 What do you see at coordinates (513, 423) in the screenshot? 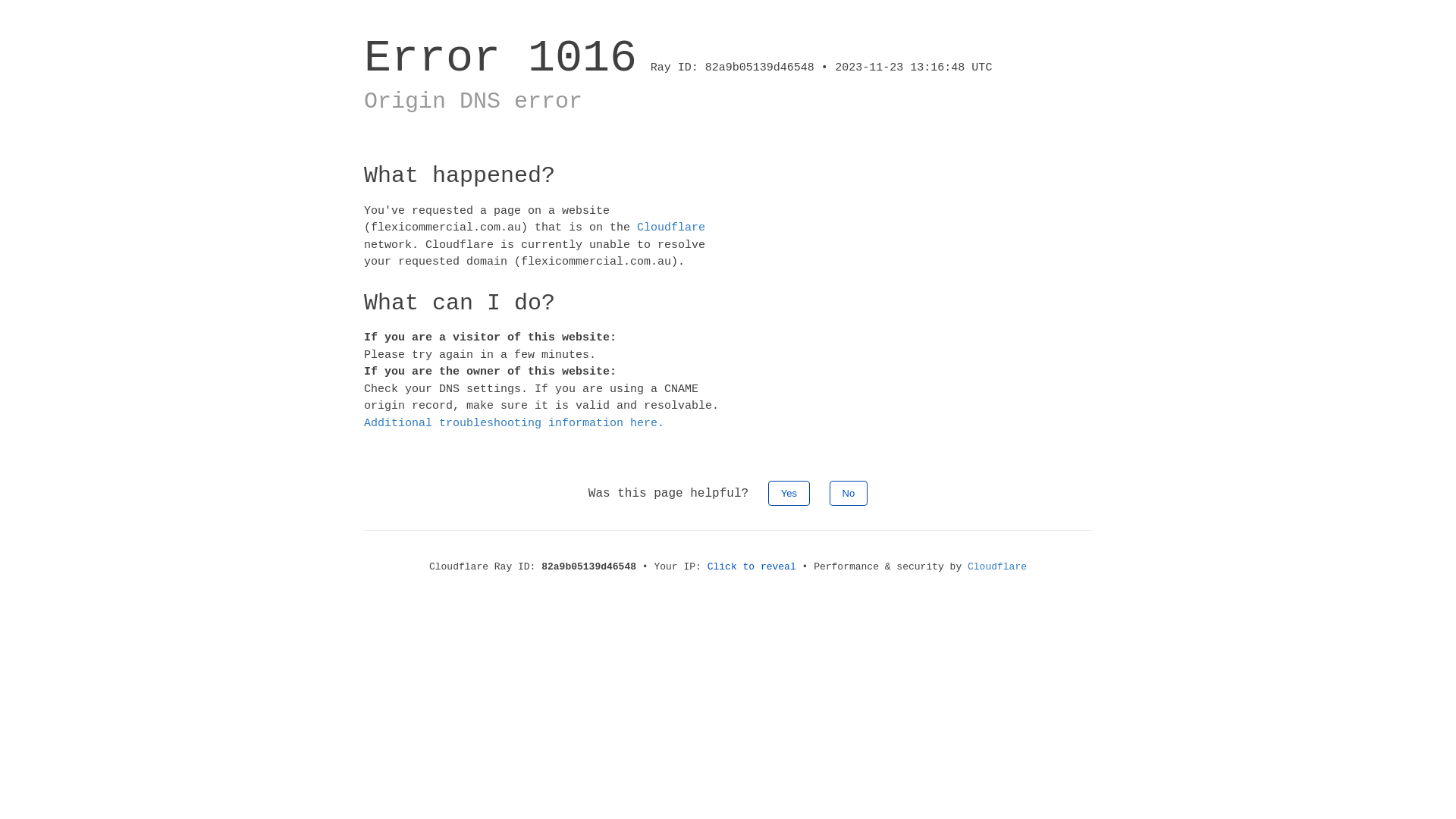
I see `'Additional troubleshooting information here.'` at bounding box center [513, 423].